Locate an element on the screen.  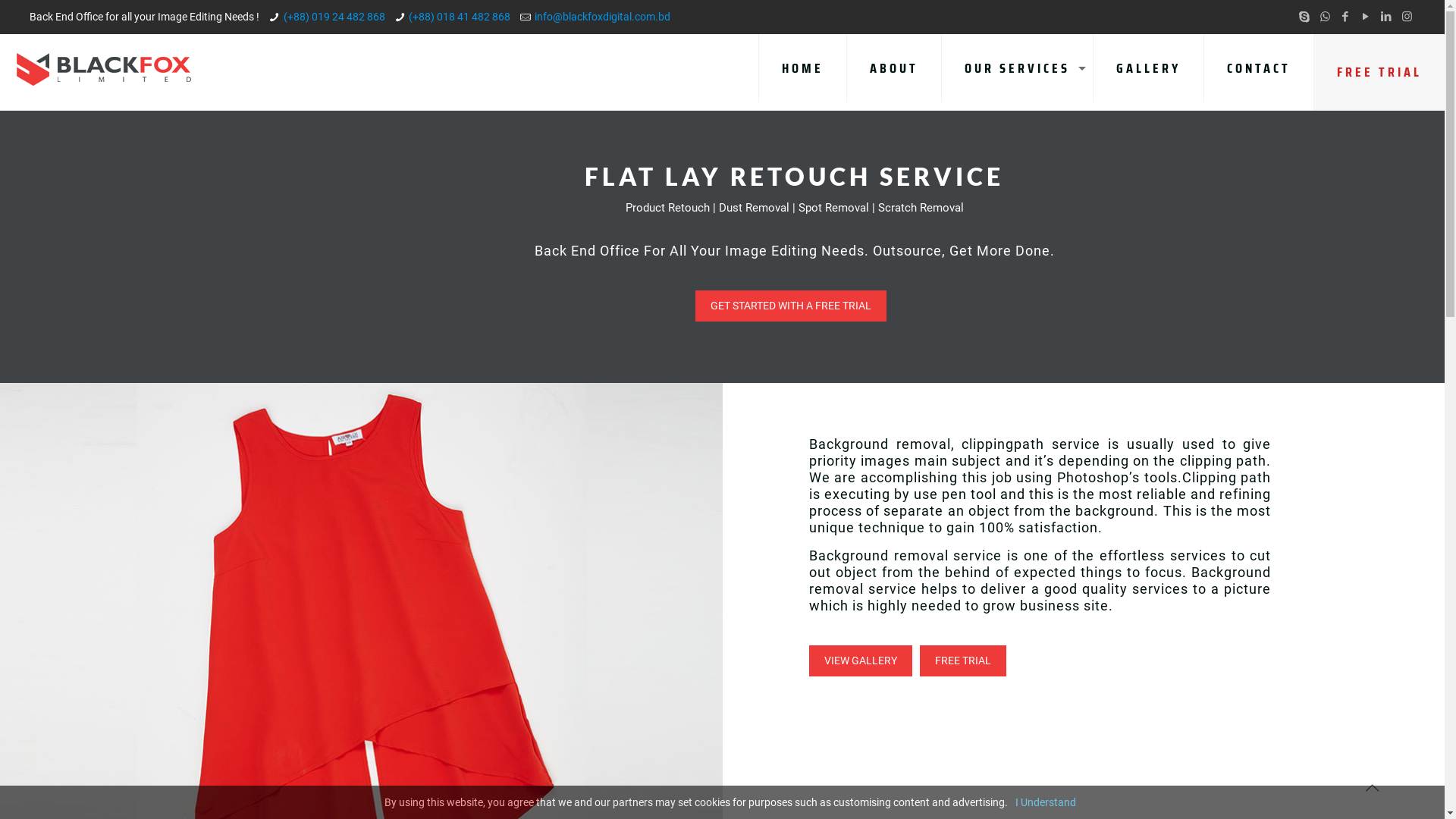
'FREE TRIAL' is located at coordinates (962, 660).